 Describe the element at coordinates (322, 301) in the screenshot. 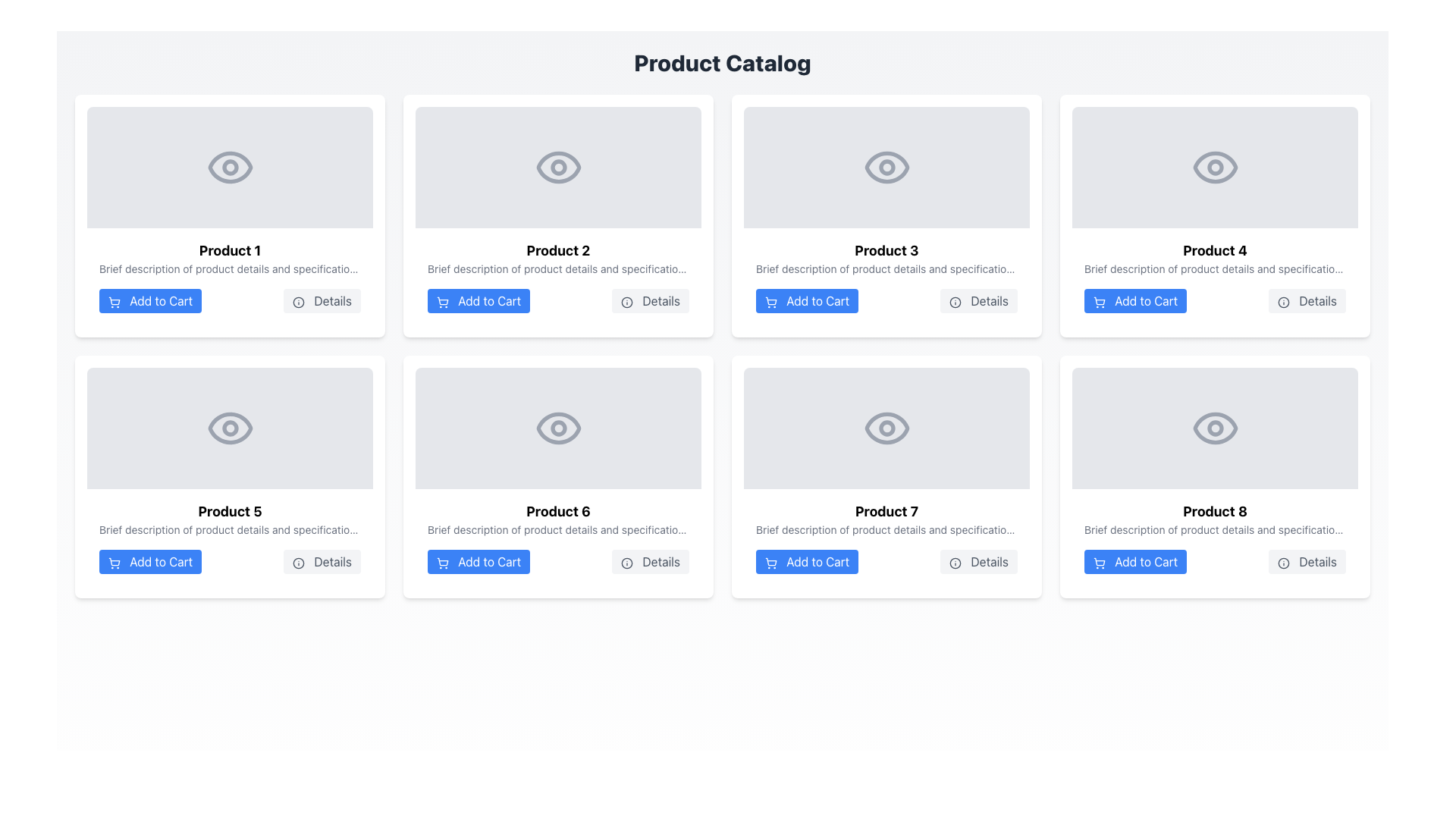

I see `the button located to the right of the 'Add to Cart' button within the 'Product 1' card` at that location.